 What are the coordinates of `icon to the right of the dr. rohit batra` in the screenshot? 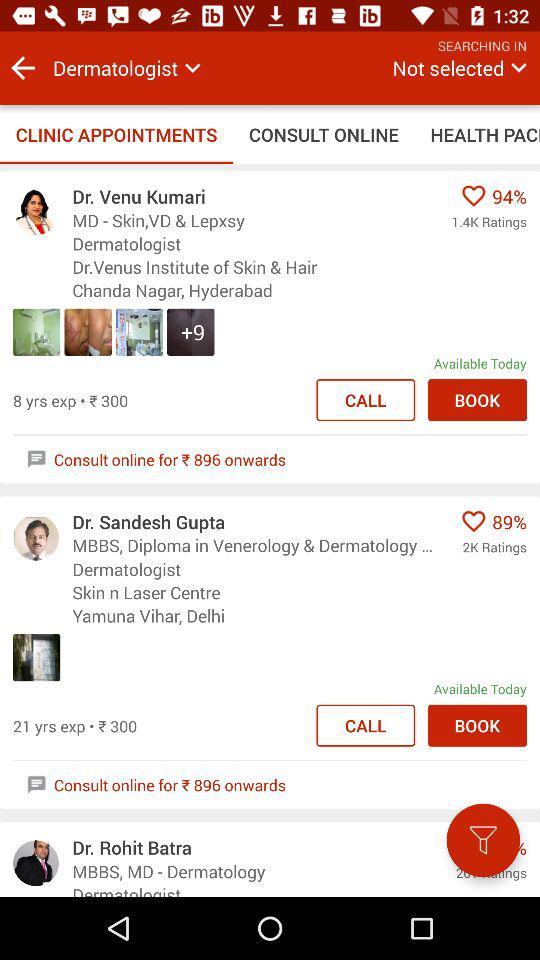 It's located at (482, 840).